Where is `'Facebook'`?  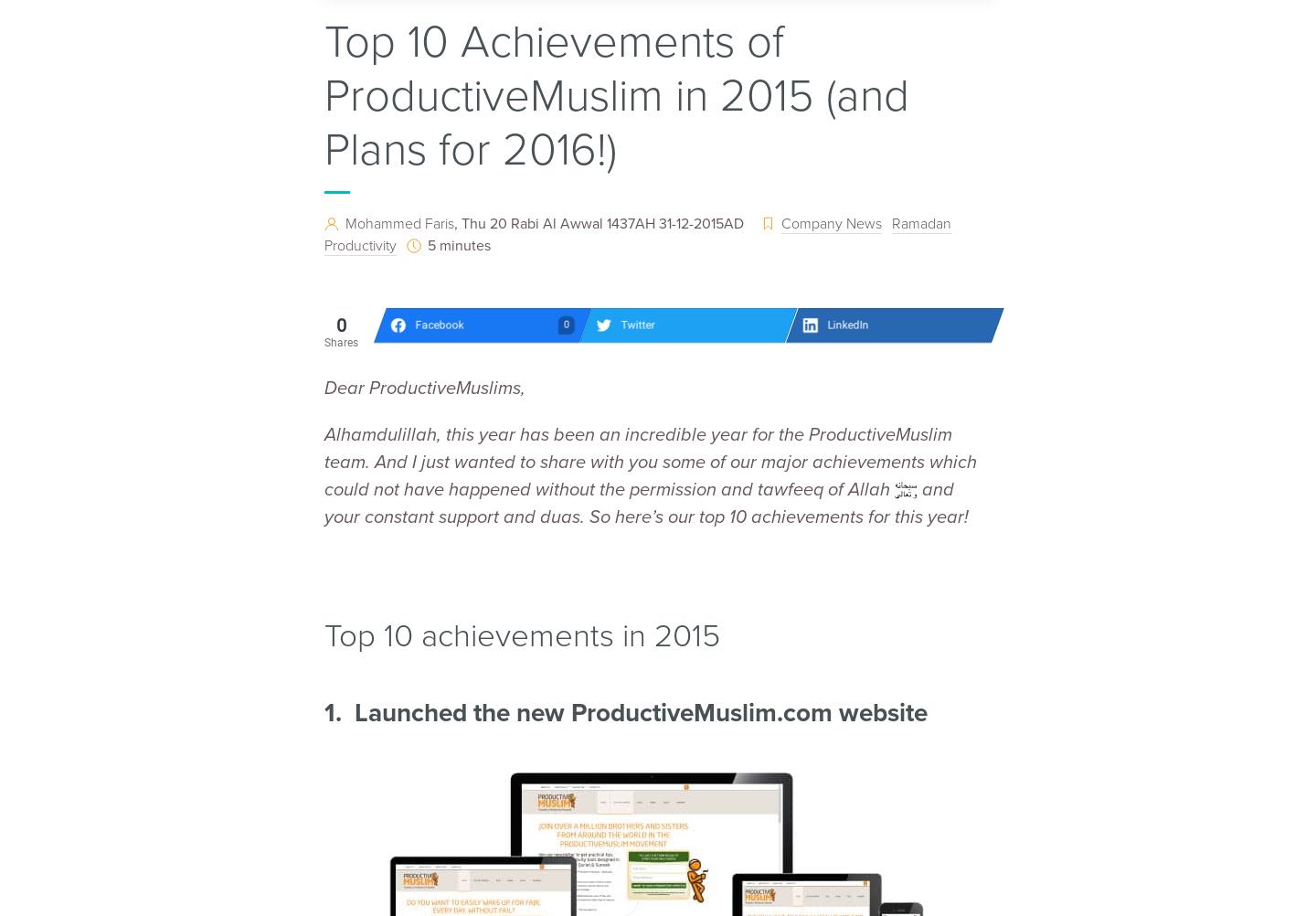 'Facebook' is located at coordinates (439, 325).